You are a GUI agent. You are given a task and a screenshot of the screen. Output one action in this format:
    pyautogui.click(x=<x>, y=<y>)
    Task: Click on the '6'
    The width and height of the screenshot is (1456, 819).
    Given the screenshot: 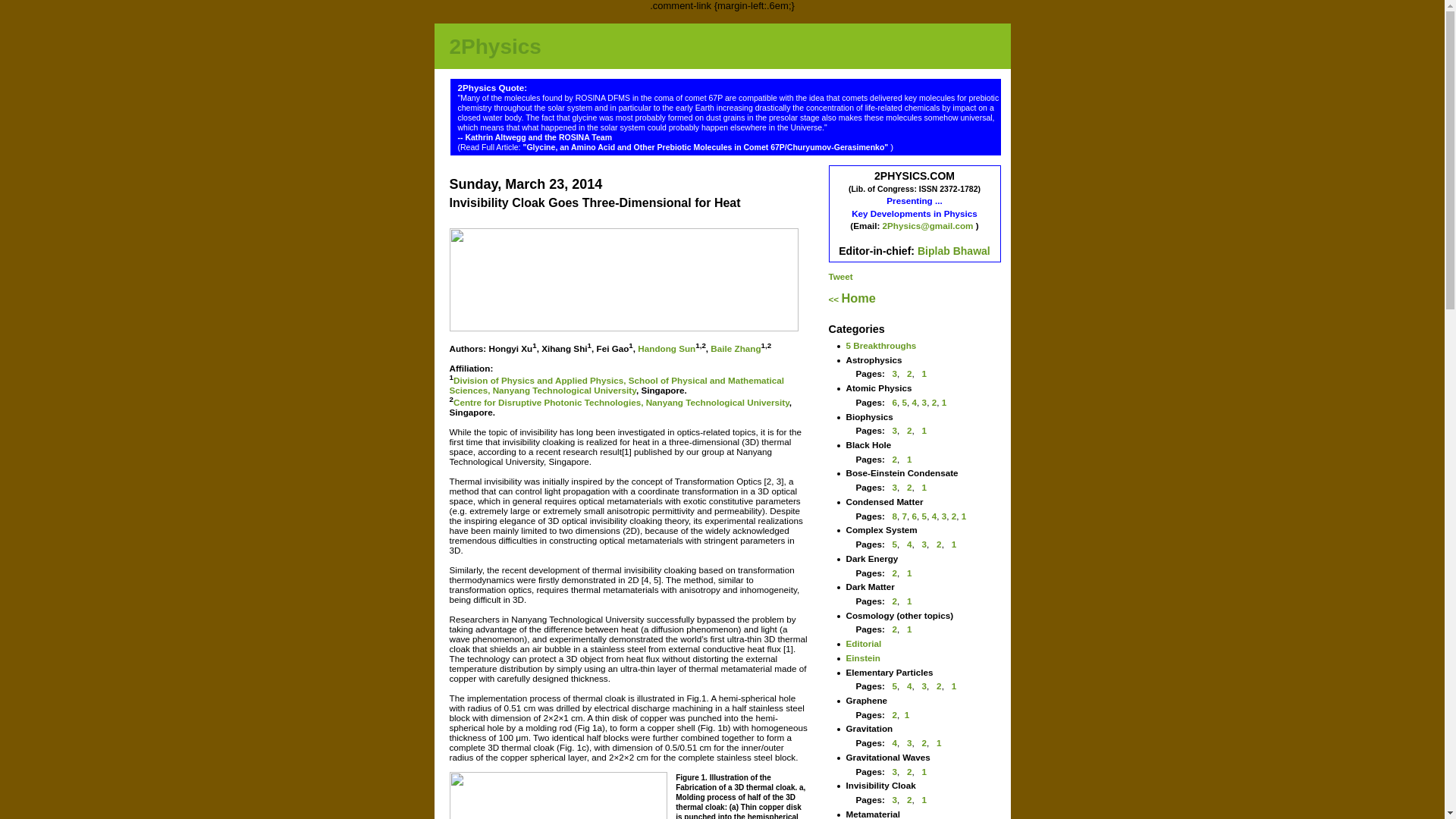 What is the action you would take?
    pyautogui.click(x=914, y=515)
    